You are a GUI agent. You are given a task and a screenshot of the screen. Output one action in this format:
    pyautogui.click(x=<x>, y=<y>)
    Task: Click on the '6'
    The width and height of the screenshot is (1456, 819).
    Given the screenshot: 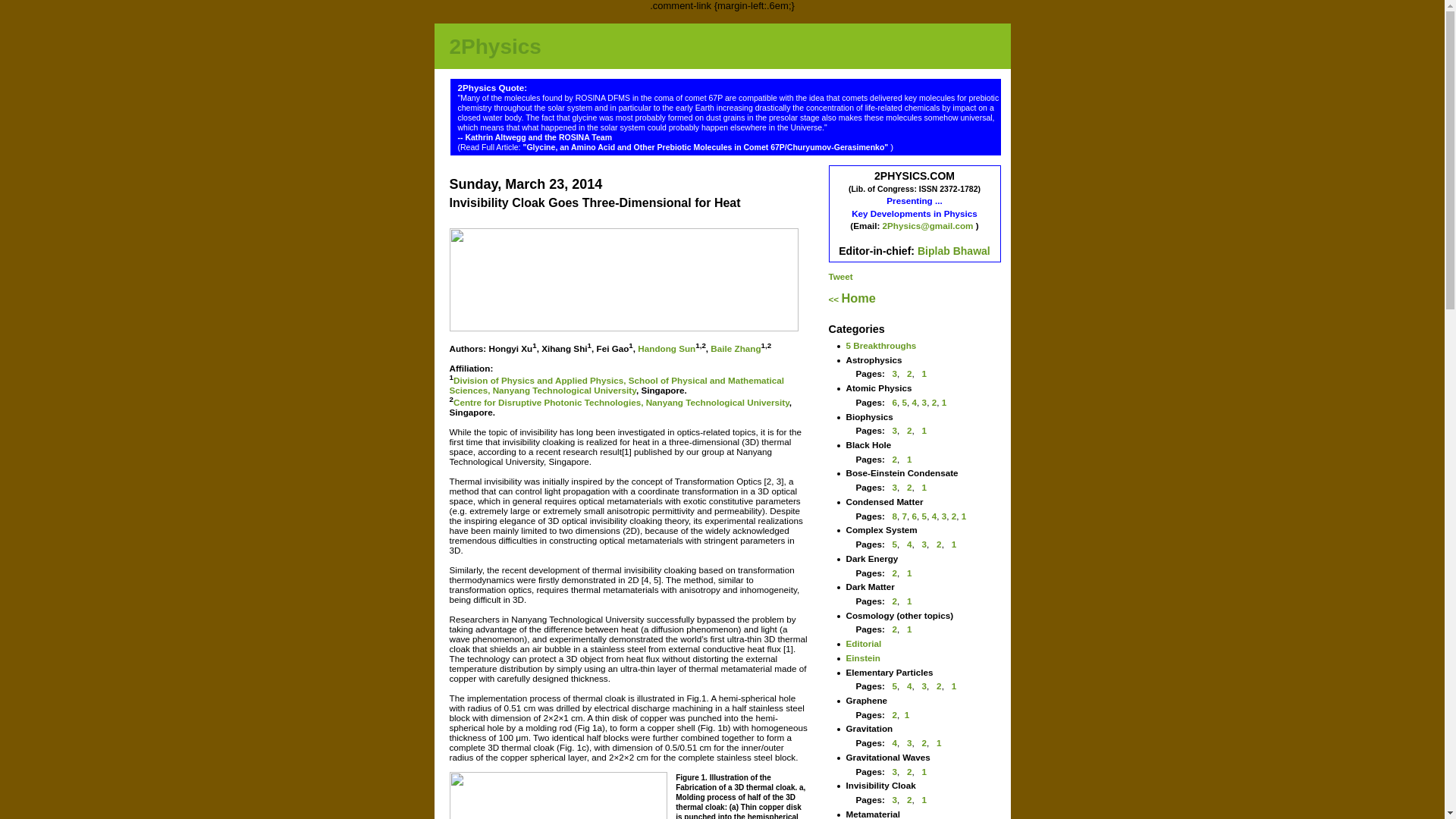 What is the action you would take?
    pyautogui.click(x=914, y=515)
    